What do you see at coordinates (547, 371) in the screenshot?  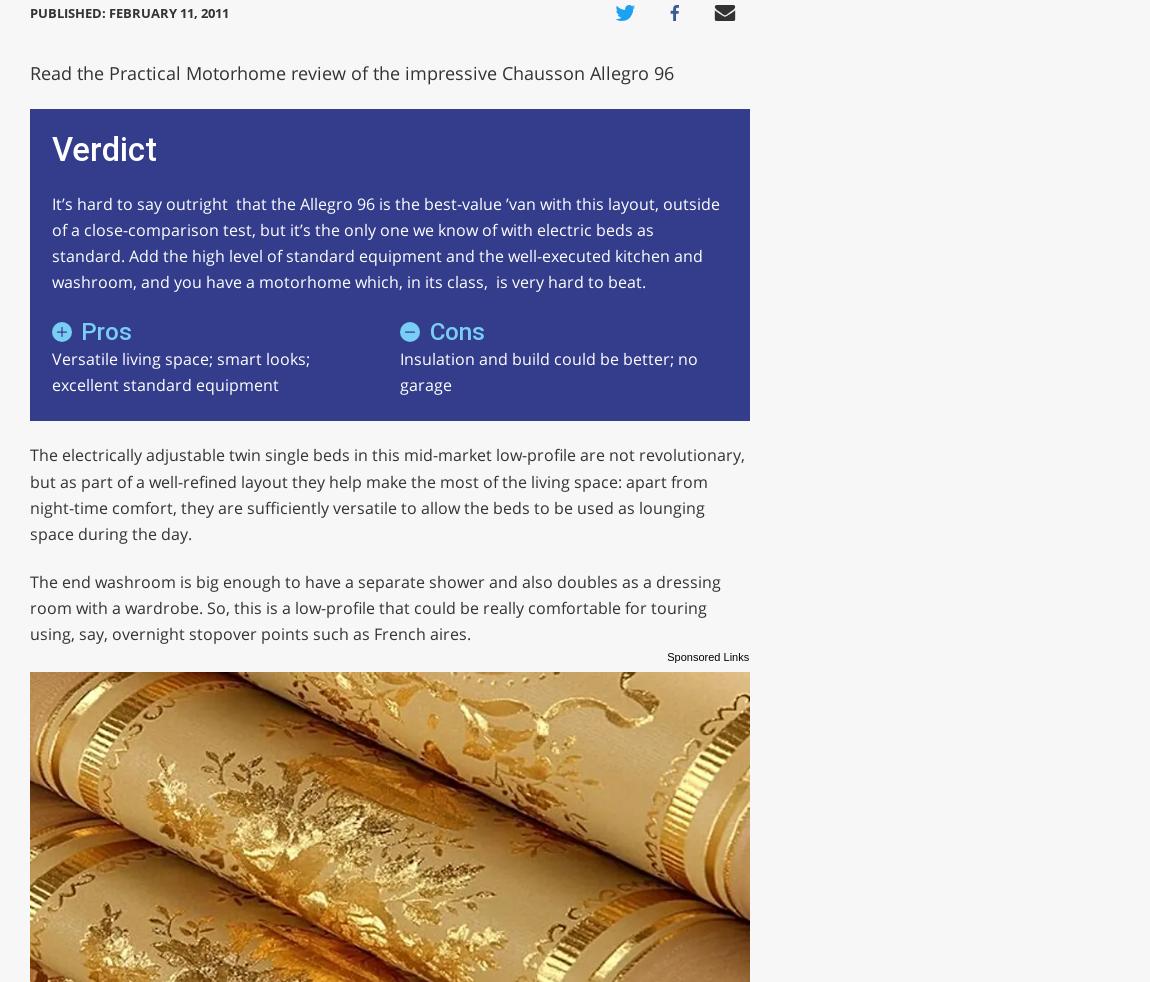 I see `'Insulation and build could be better; no garage'` at bounding box center [547, 371].